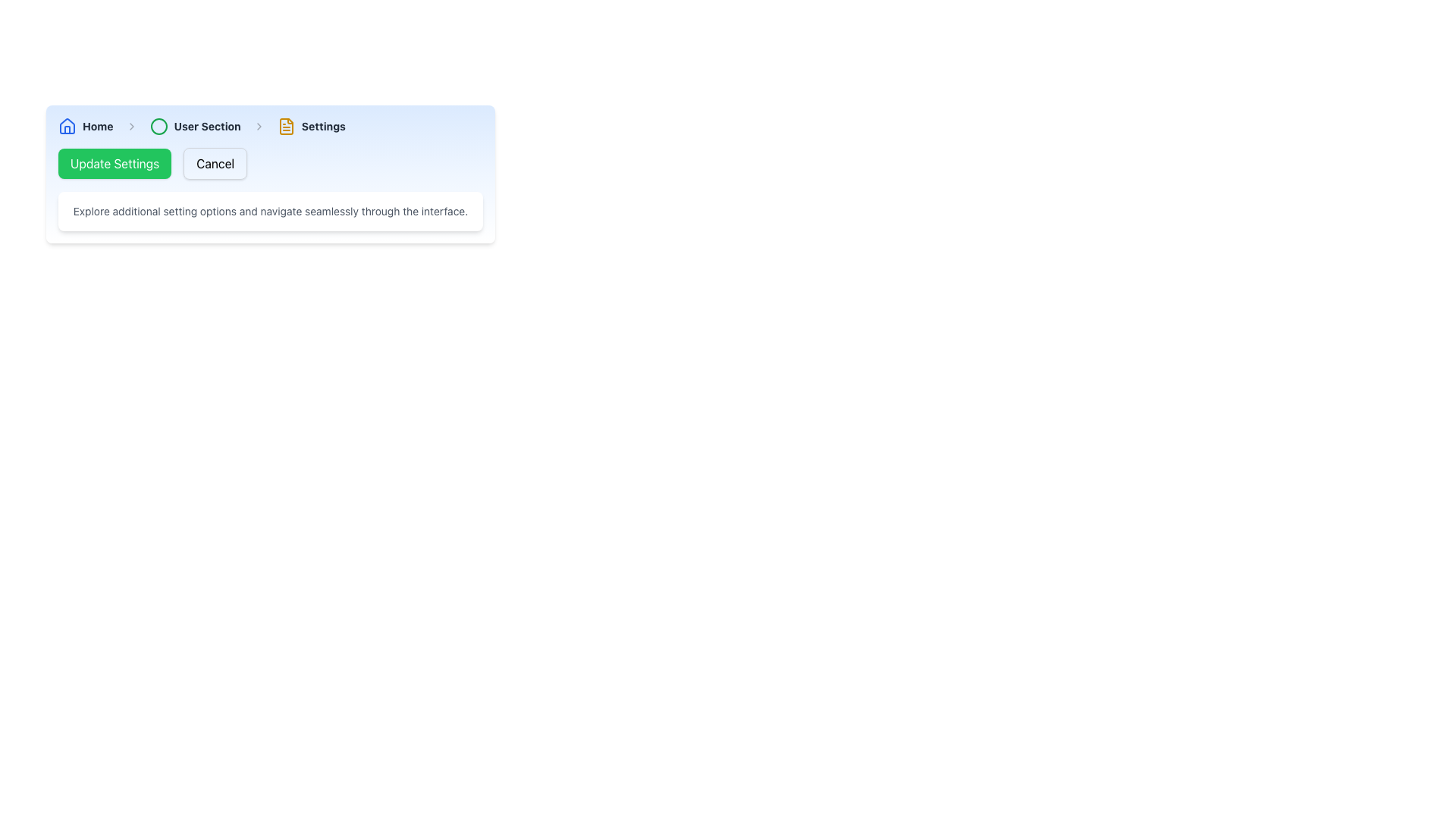 This screenshot has width=1456, height=819. I want to click on the 'Settings' icon in the breadcrumb navigation, which is positioned to the left of the 'Settings' label and represents the settings section, so click(286, 125).